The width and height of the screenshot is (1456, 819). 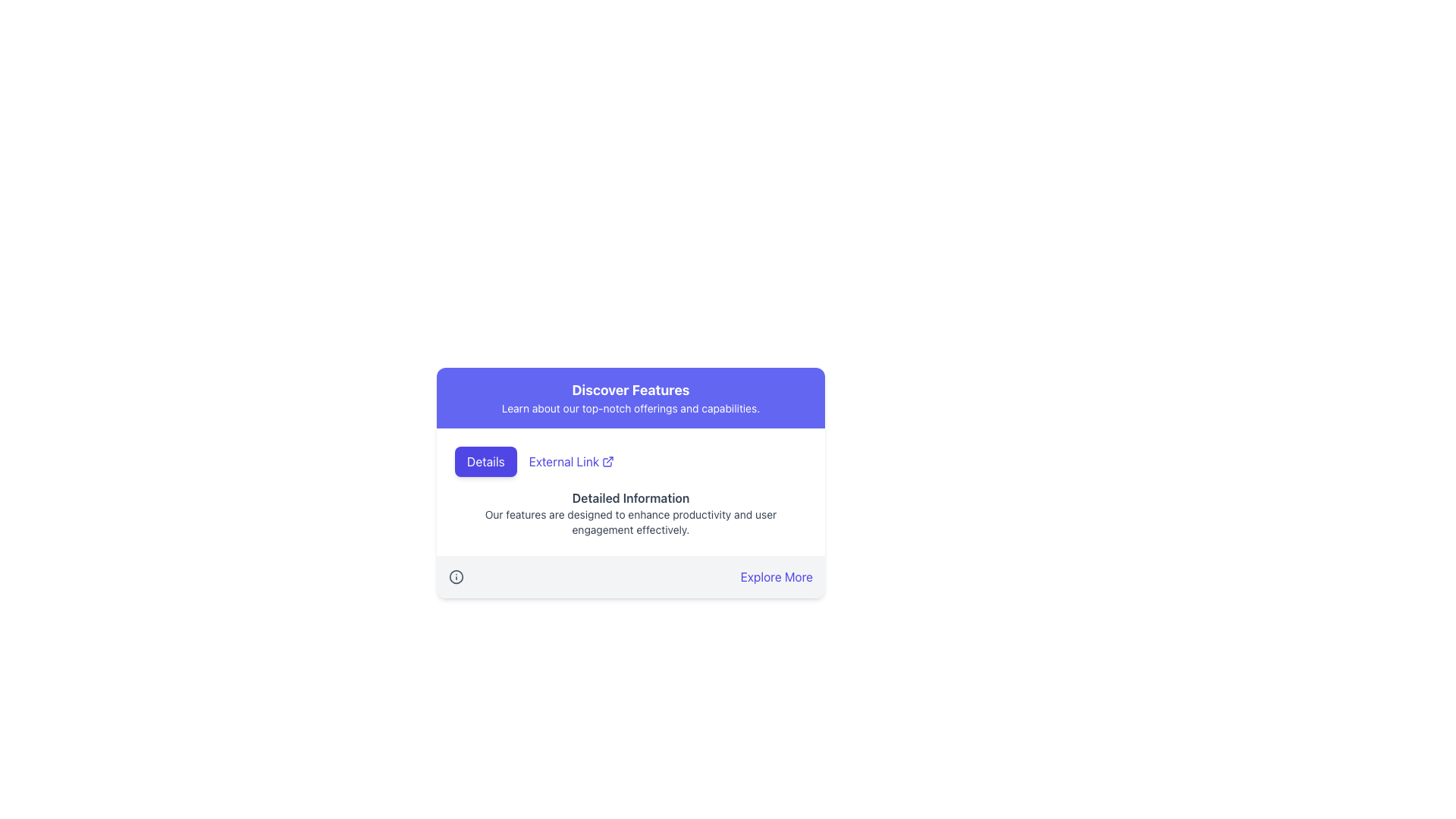 I want to click on the external link icon represented as an SVG image with a blue stroke, located to the right of the text 'External Link' within a clickable button styled as a hyperlink, so click(x=608, y=461).